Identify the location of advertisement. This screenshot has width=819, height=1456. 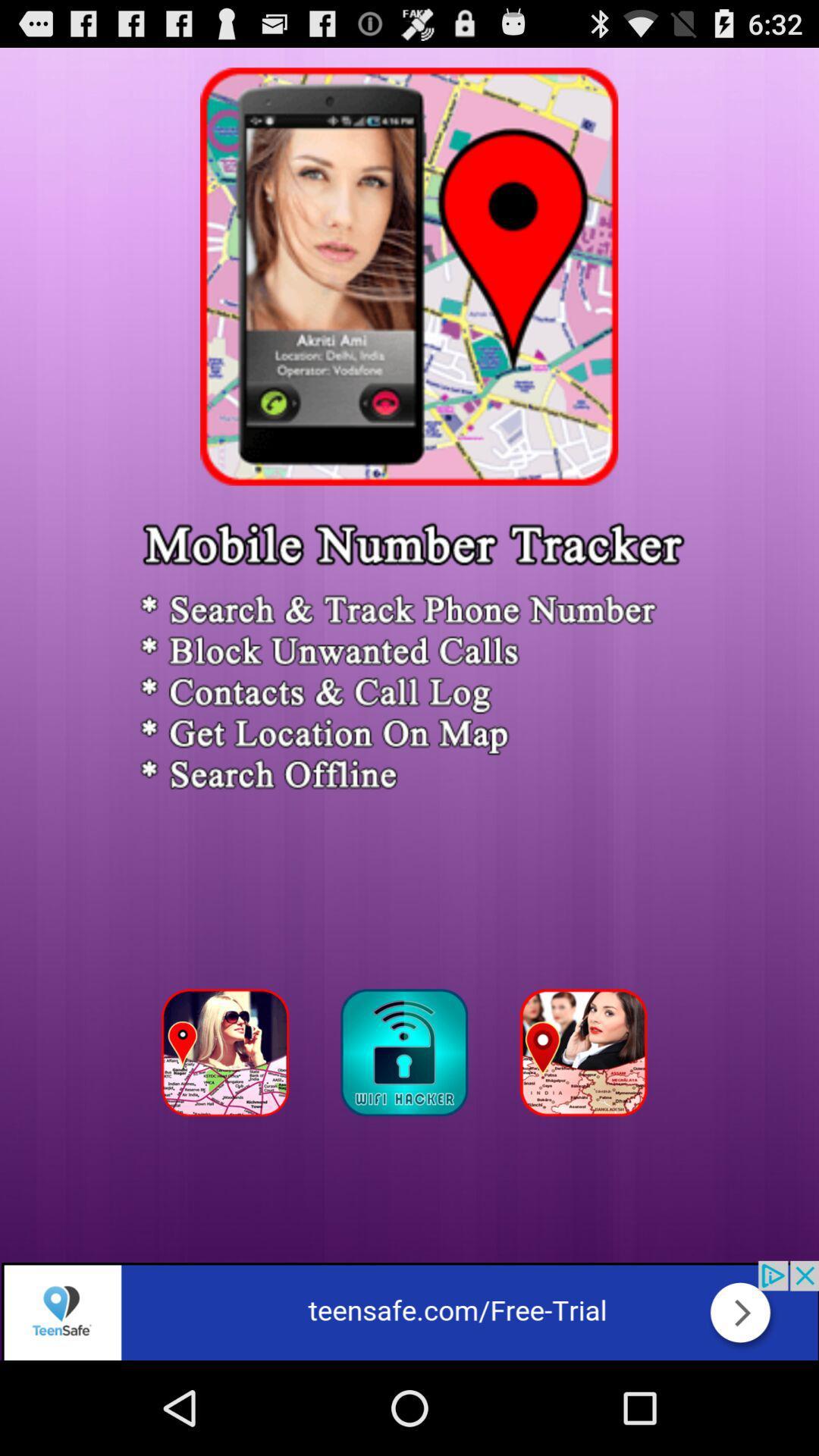
(409, 1310).